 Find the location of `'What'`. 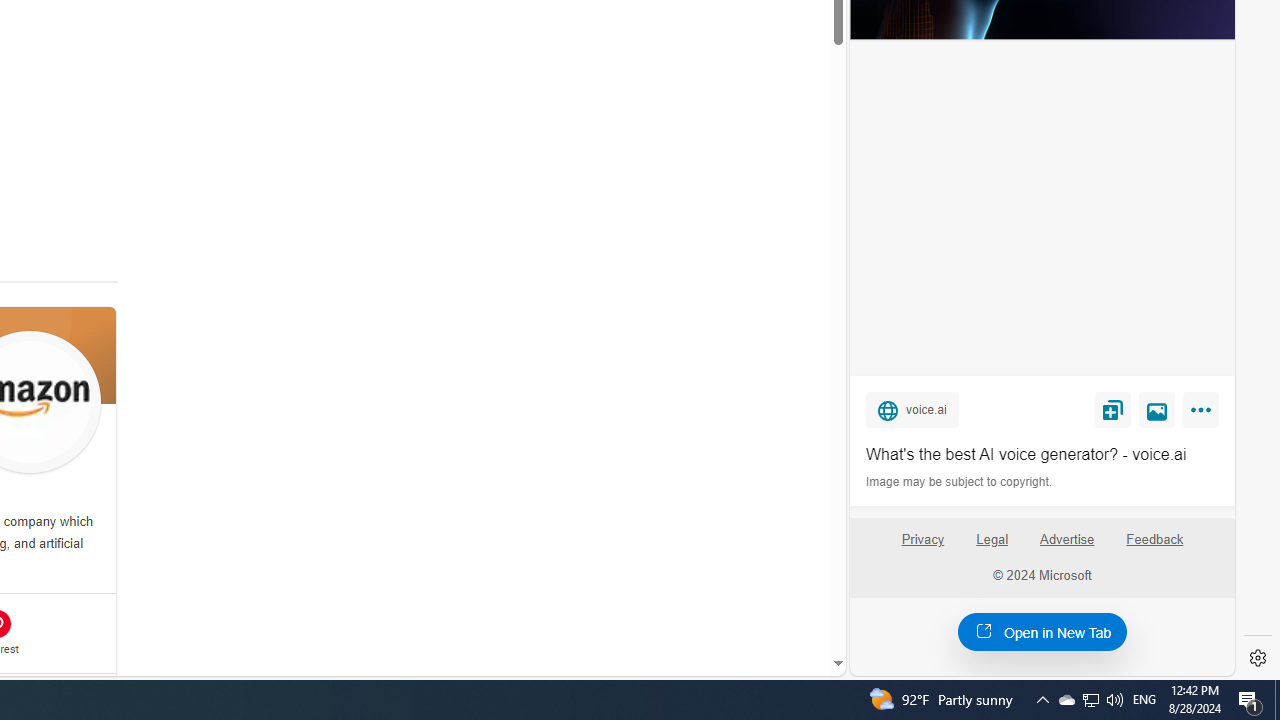

'What' is located at coordinates (1041, 455).